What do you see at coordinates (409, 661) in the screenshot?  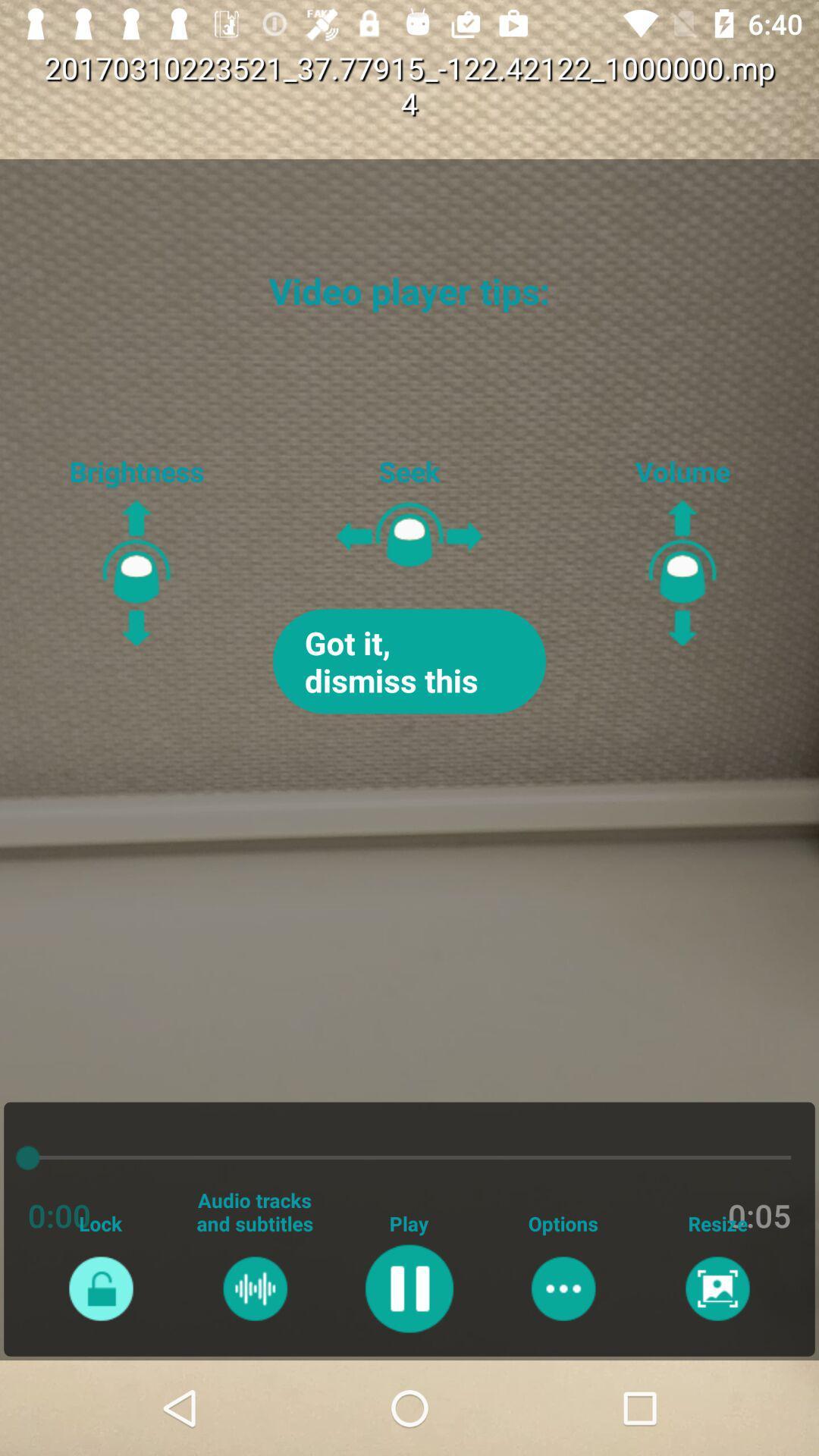 I see `item to the left of volume icon` at bounding box center [409, 661].